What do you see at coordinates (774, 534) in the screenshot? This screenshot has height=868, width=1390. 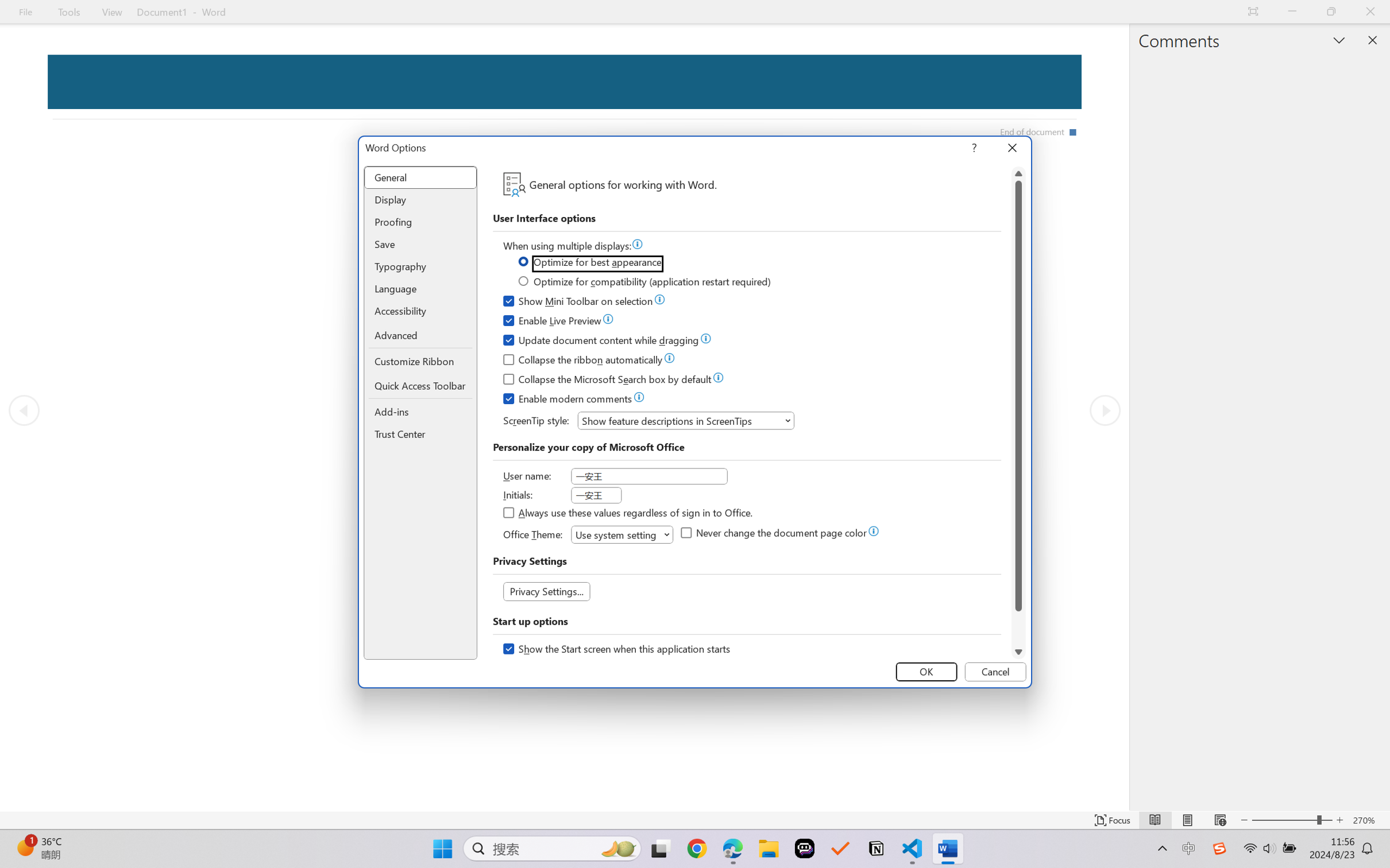 I see `'Never change the document page color'` at bounding box center [774, 534].